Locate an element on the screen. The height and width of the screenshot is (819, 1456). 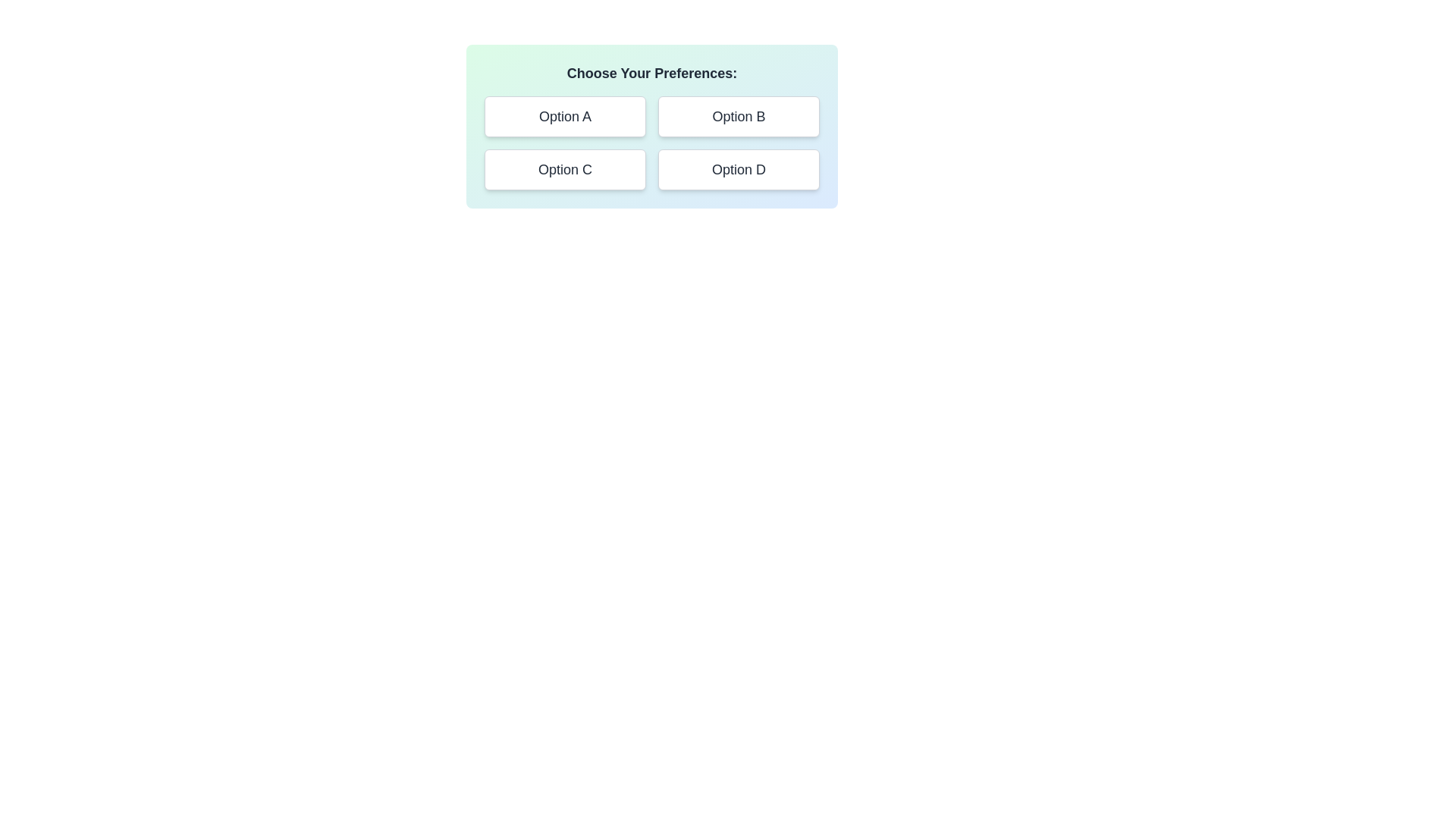
the button labeled Option C to select it is located at coordinates (564, 169).